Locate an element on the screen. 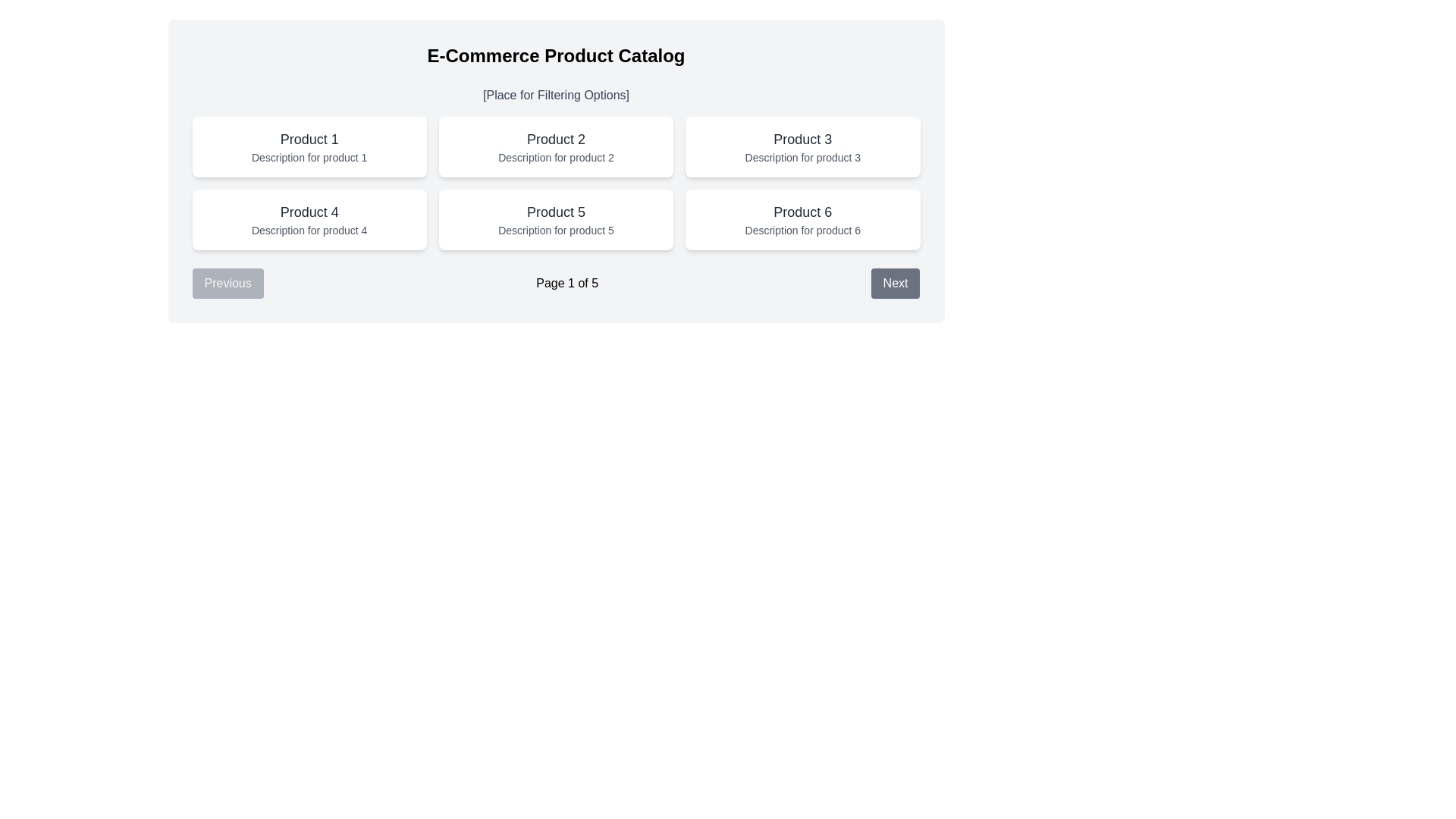 This screenshot has width=1456, height=819. the large, bold text label stating 'E-Commerce Product Catalog' located near the top center of the layout is located at coordinates (555, 55).